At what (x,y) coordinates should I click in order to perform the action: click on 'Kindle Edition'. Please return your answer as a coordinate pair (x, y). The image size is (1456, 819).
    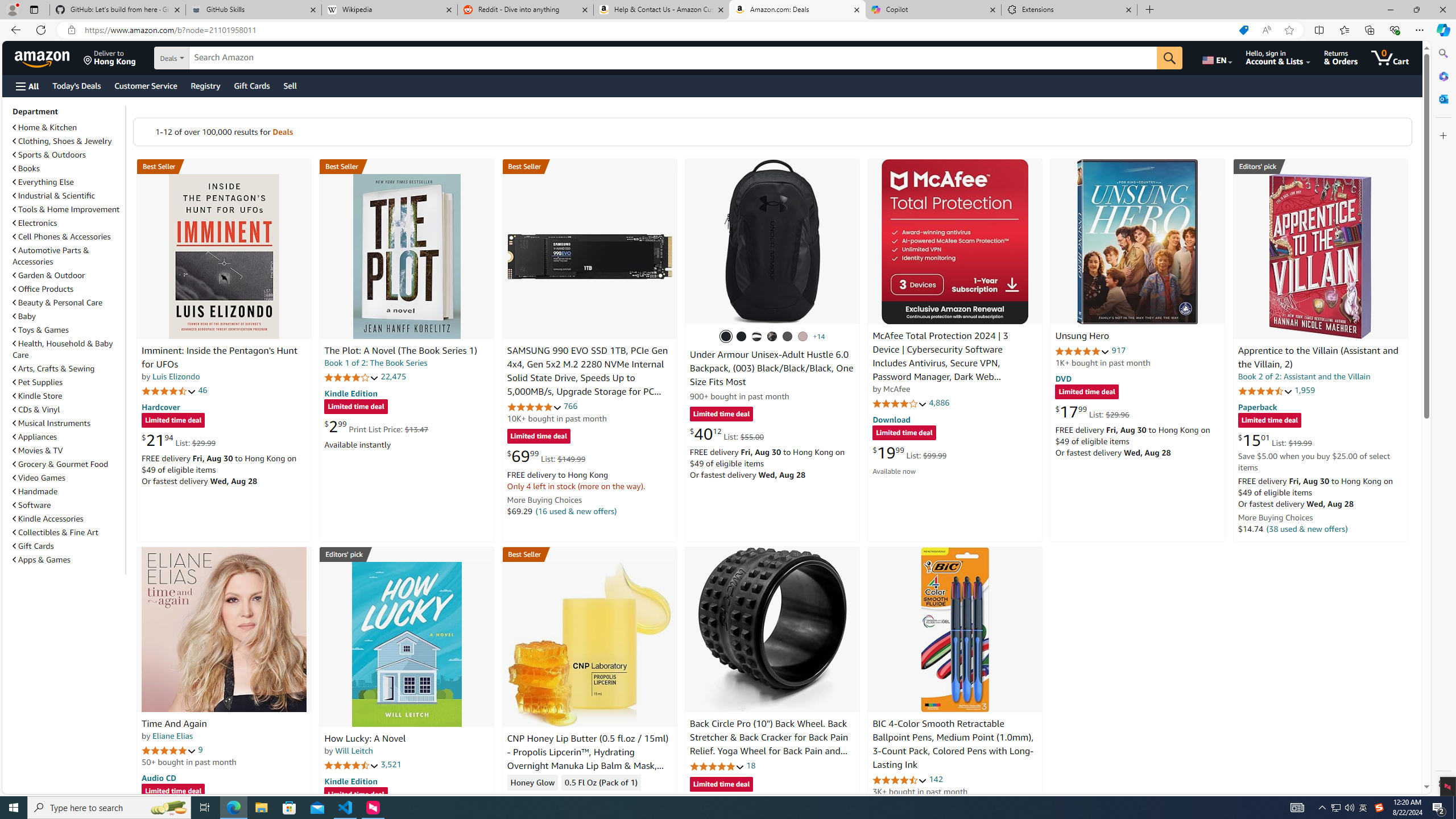
    Looking at the image, I should click on (350, 780).